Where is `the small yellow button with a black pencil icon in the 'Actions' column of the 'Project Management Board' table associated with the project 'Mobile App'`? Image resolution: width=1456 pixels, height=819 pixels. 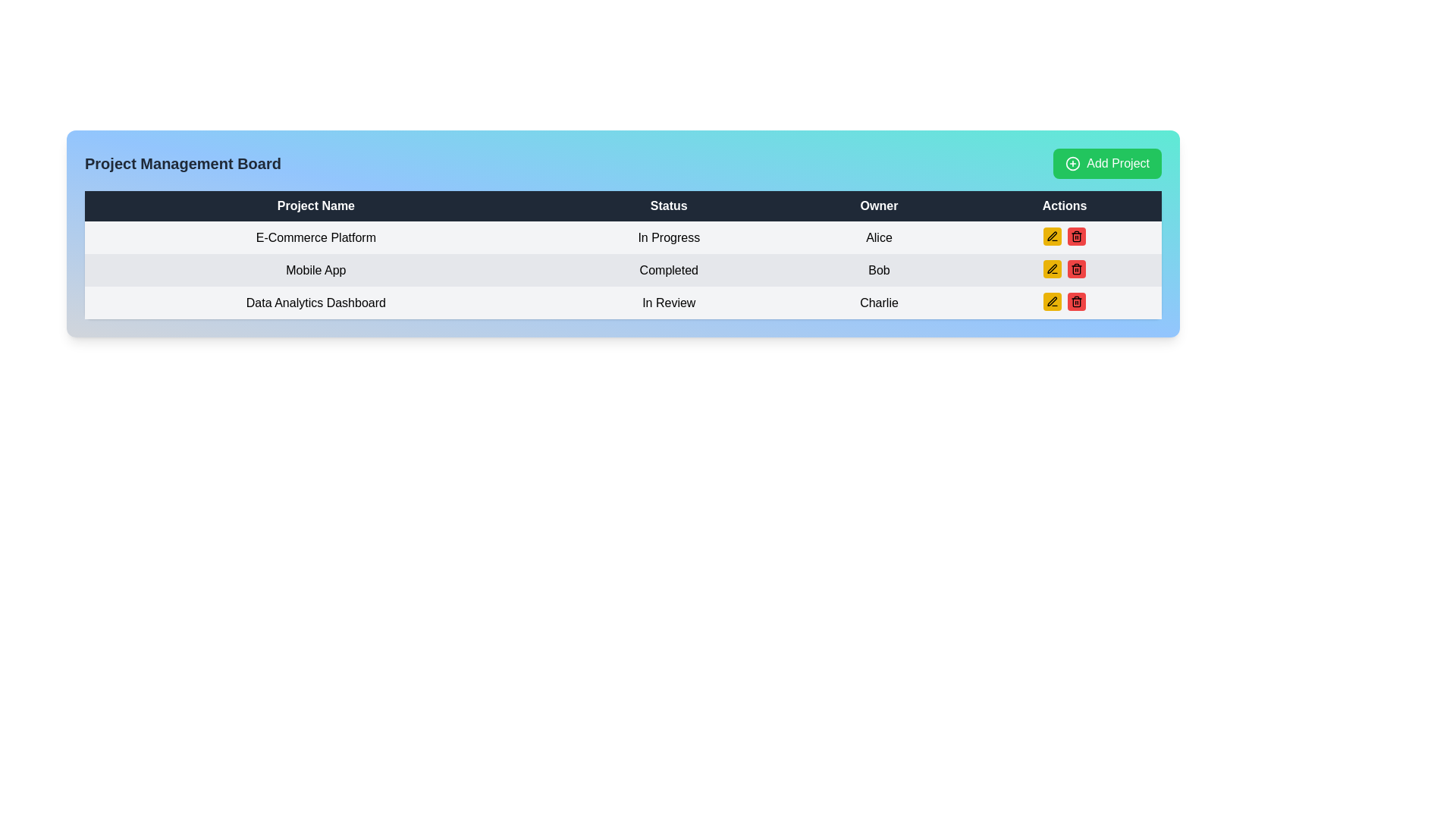
the small yellow button with a black pencil icon in the 'Actions' column of the 'Project Management Board' table associated with the project 'Mobile App' is located at coordinates (1051, 268).